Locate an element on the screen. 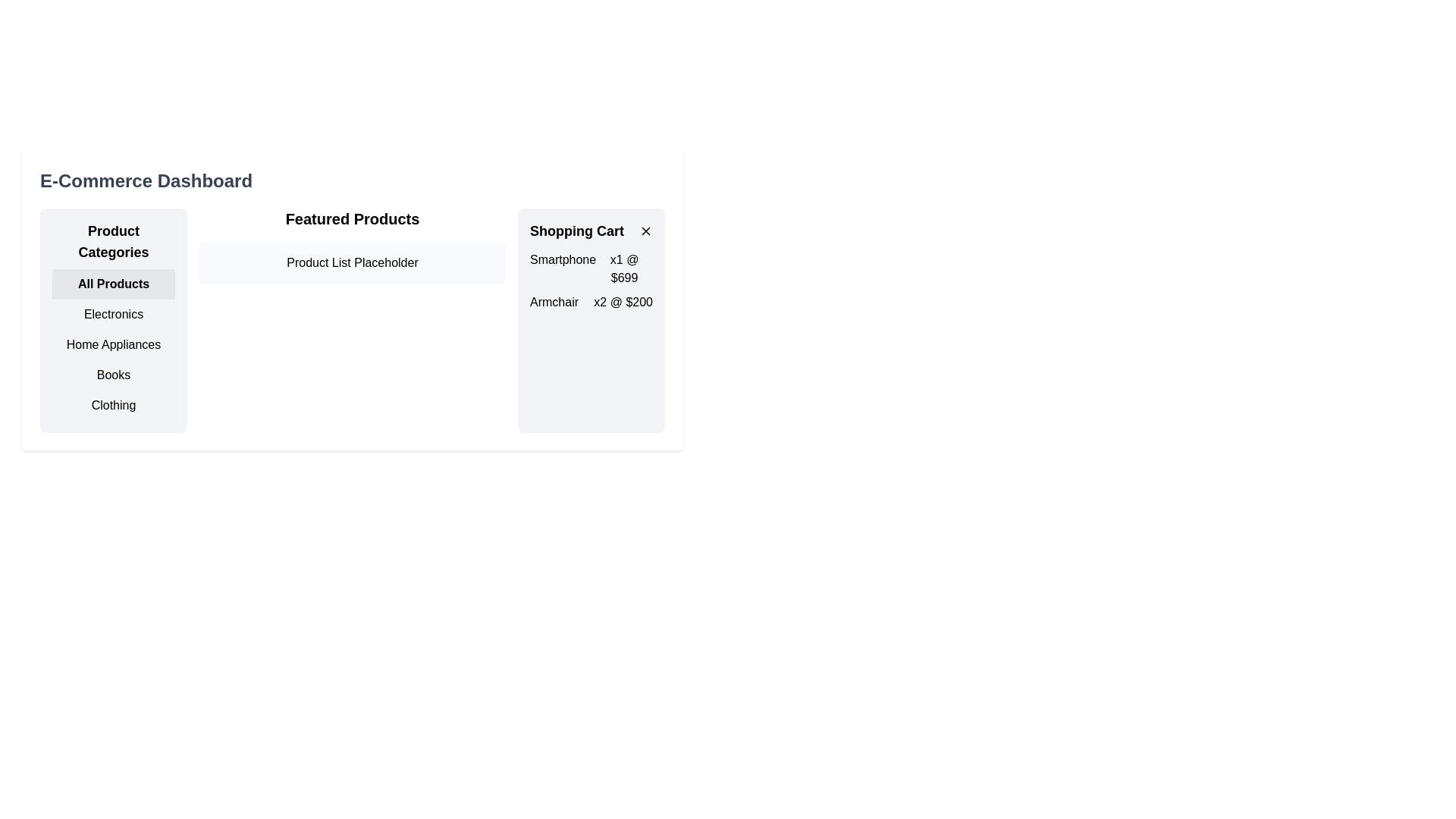 This screenshot has width=1456, height=819. the close icon represented by an 'X' shape, located in the top-right section of the Shopping Cart box is located at coordinates (645, 231).